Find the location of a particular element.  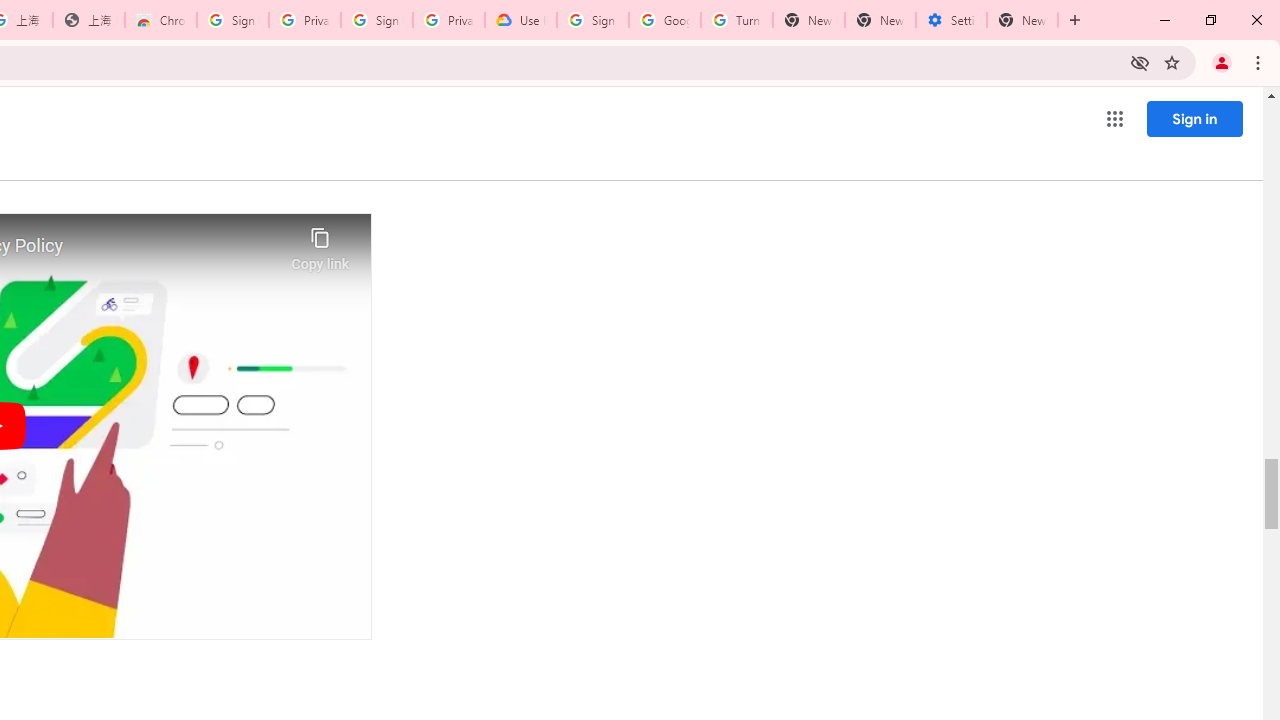

'Sign in - Google Accounts' is located at coordinates (232, 20).